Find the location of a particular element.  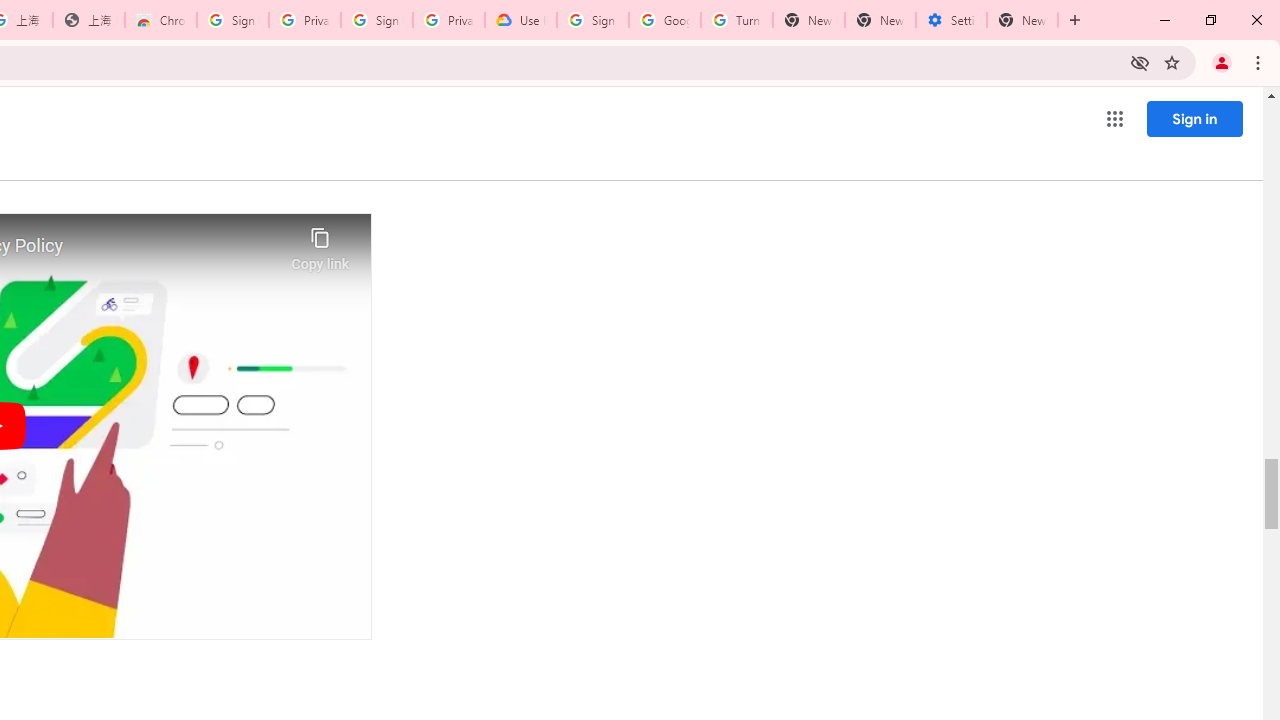

'Sign in - Google Accounts' is located at coordinates (232, 20).